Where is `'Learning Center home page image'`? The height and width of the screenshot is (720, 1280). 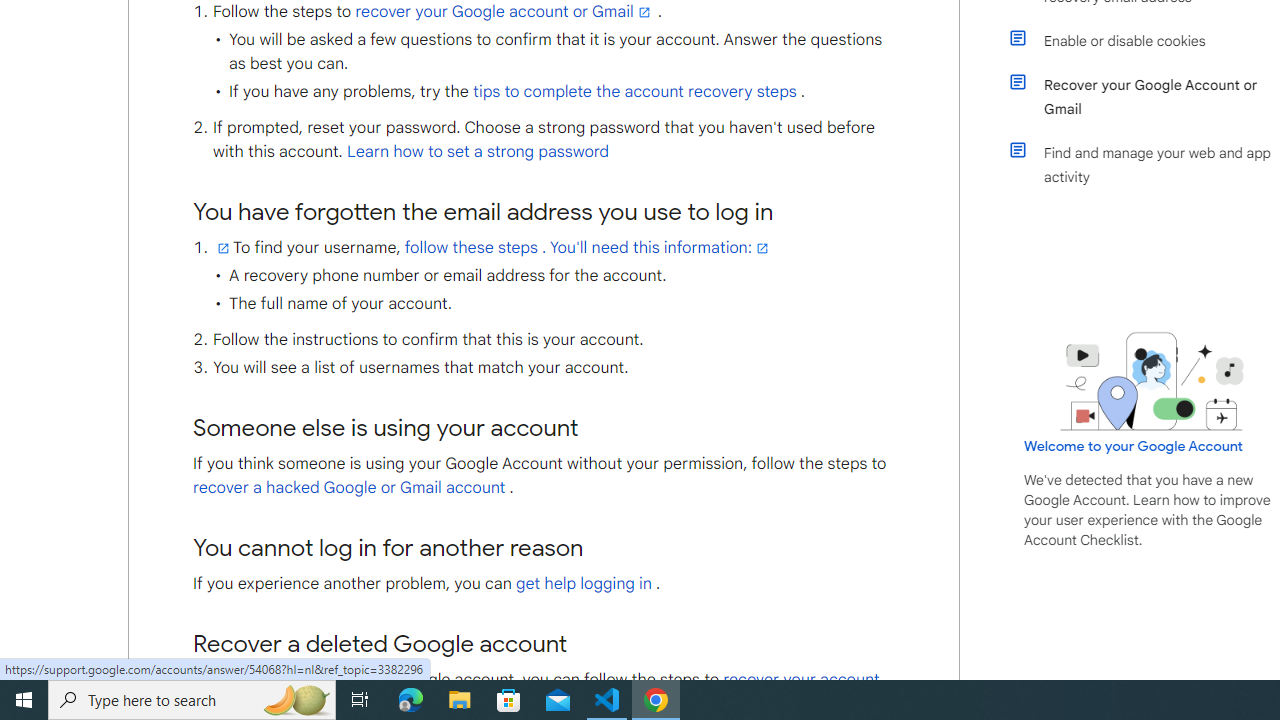
'Learning Center home page image' is located at coordinates (1152, 381).